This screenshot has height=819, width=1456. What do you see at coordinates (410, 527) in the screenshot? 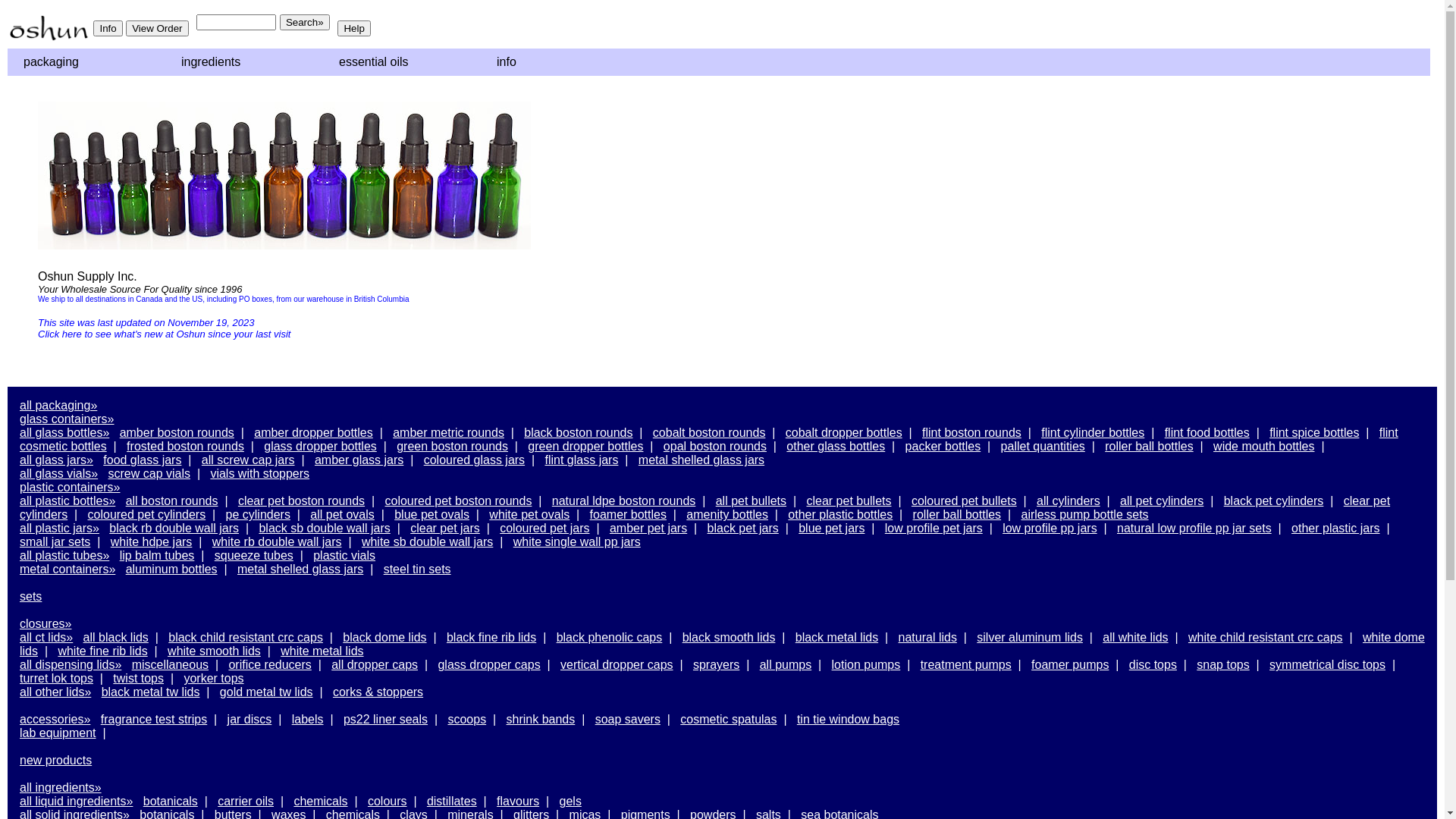
I see `'clear pet jars'` at bounding box center [410, 527].